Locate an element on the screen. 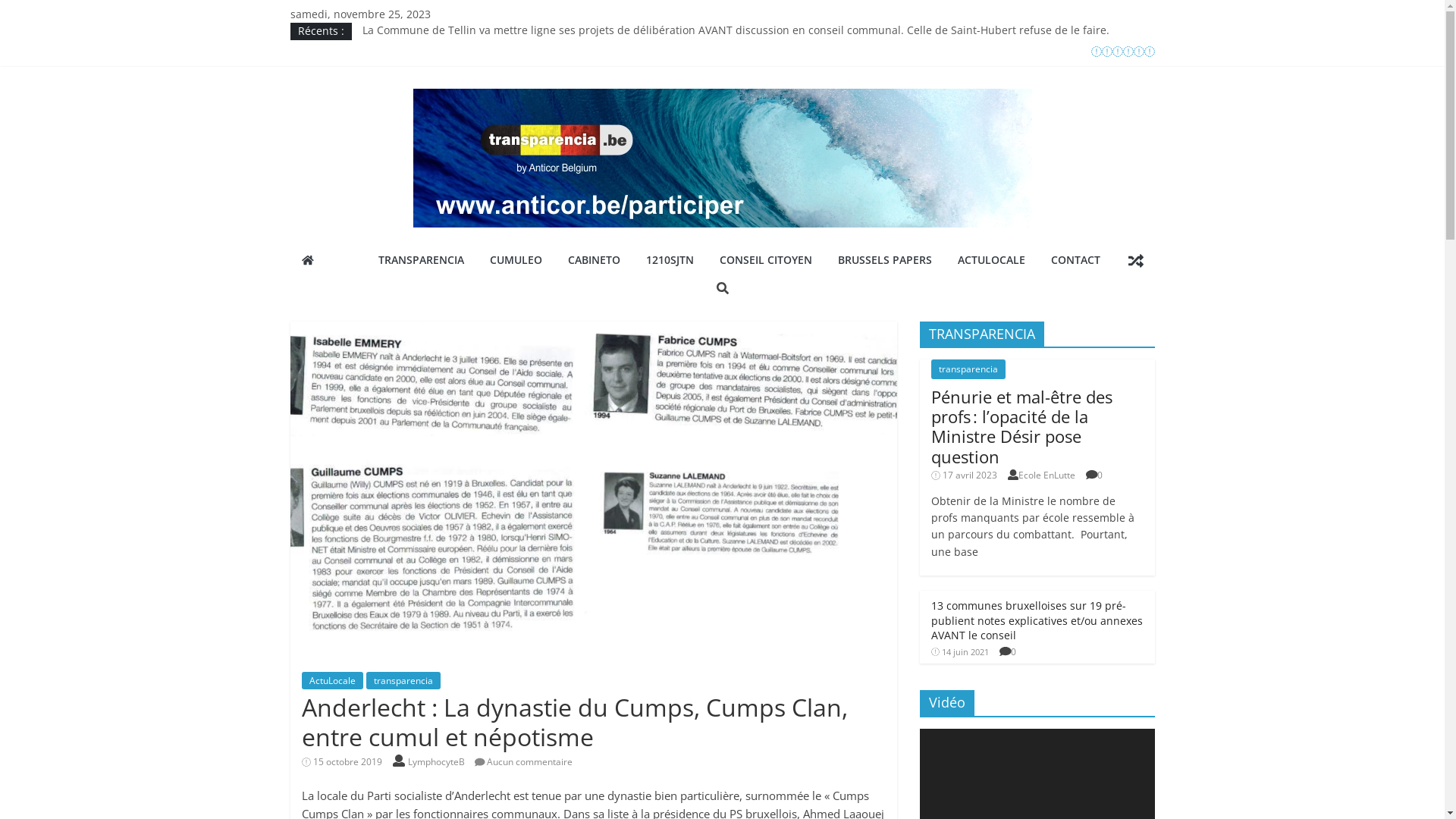  'ActuLocale' is located at coordinates (302, 679).